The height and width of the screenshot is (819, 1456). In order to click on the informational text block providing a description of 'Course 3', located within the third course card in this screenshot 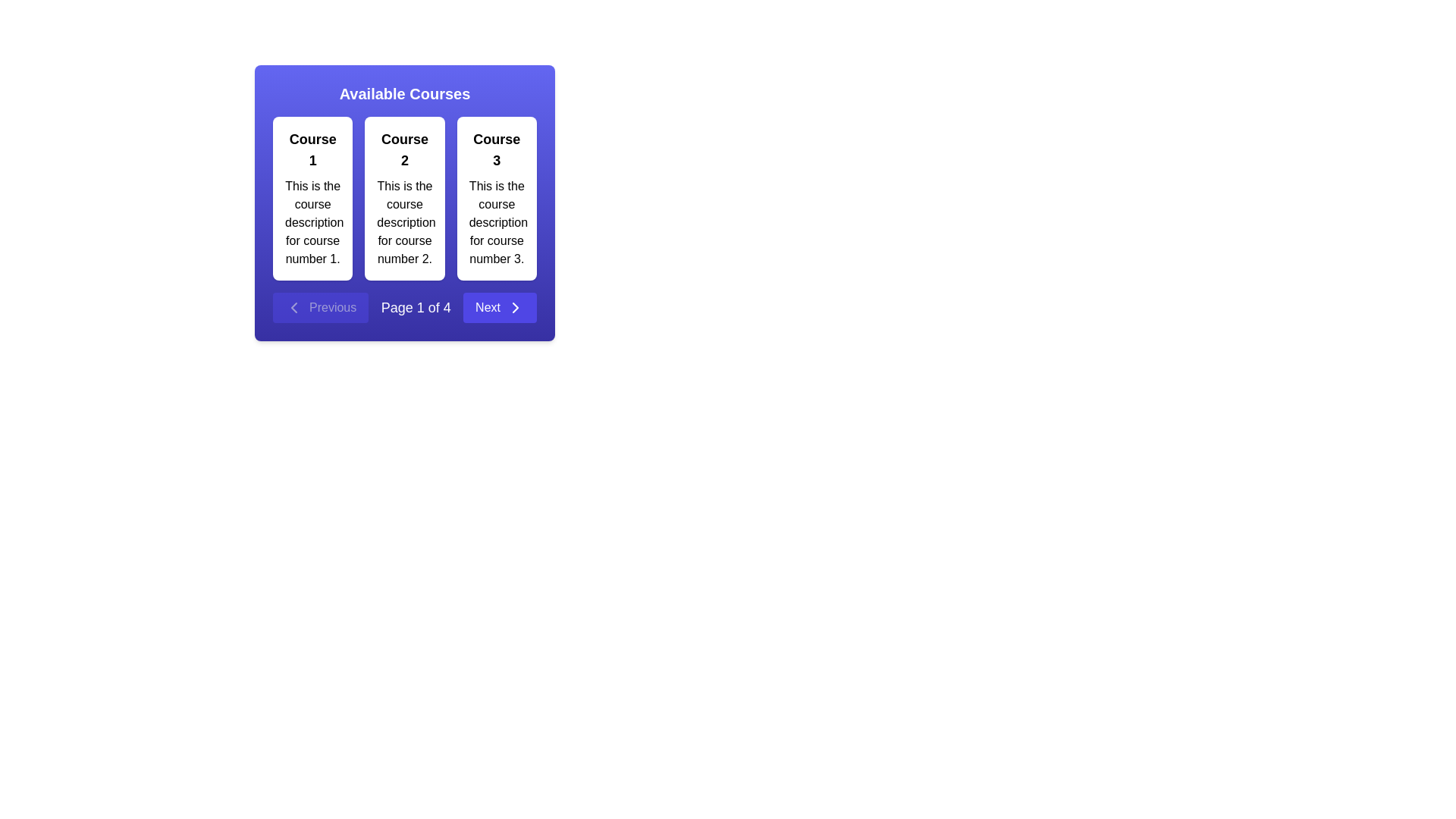, I will do `click(497, 222)`.